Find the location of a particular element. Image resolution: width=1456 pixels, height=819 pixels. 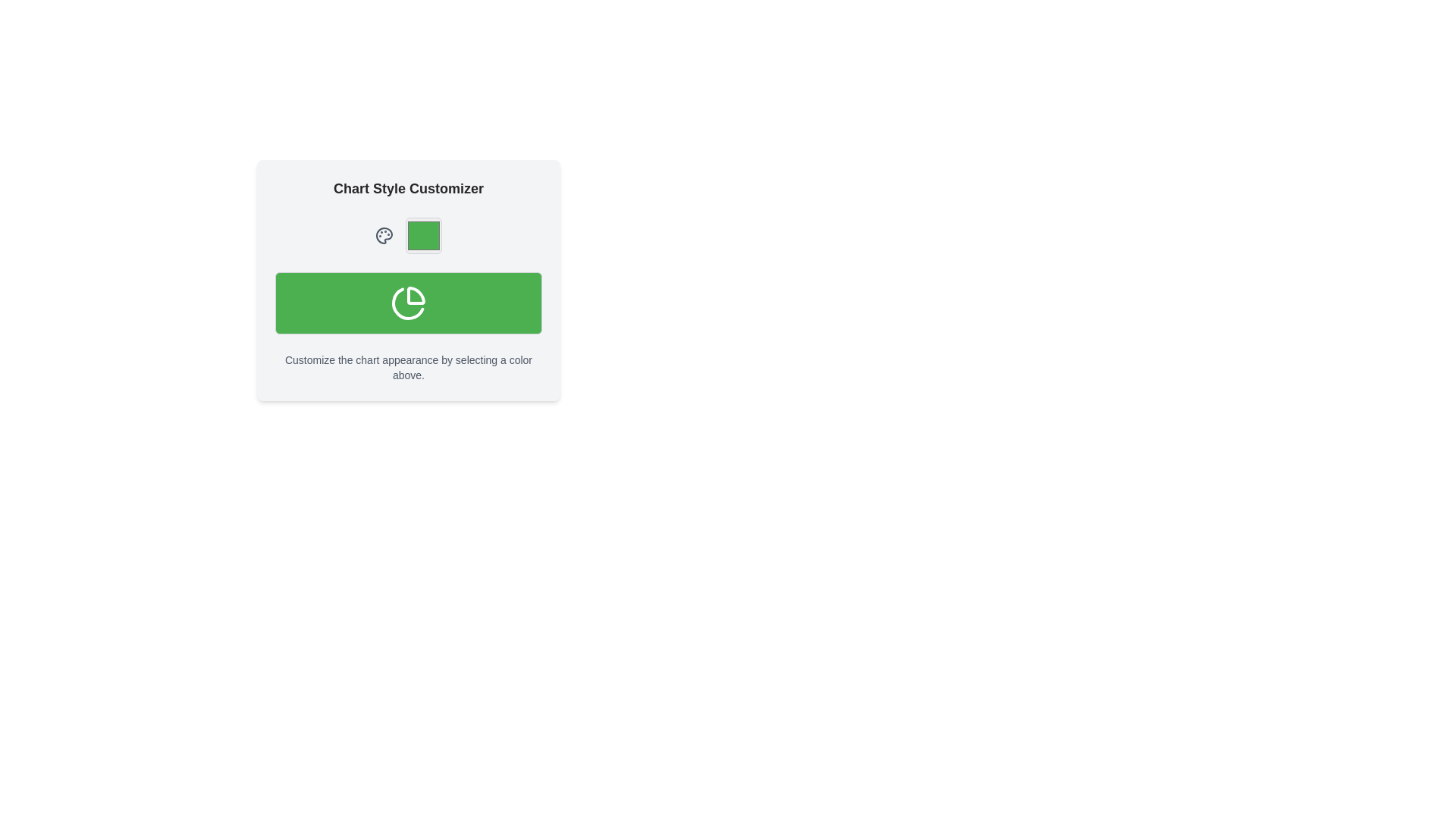

the pie chart icon located centrally within the green rectangular button in the bottom section of the 'Chart Style Customizer' interface is located at coordinates (408, 303).